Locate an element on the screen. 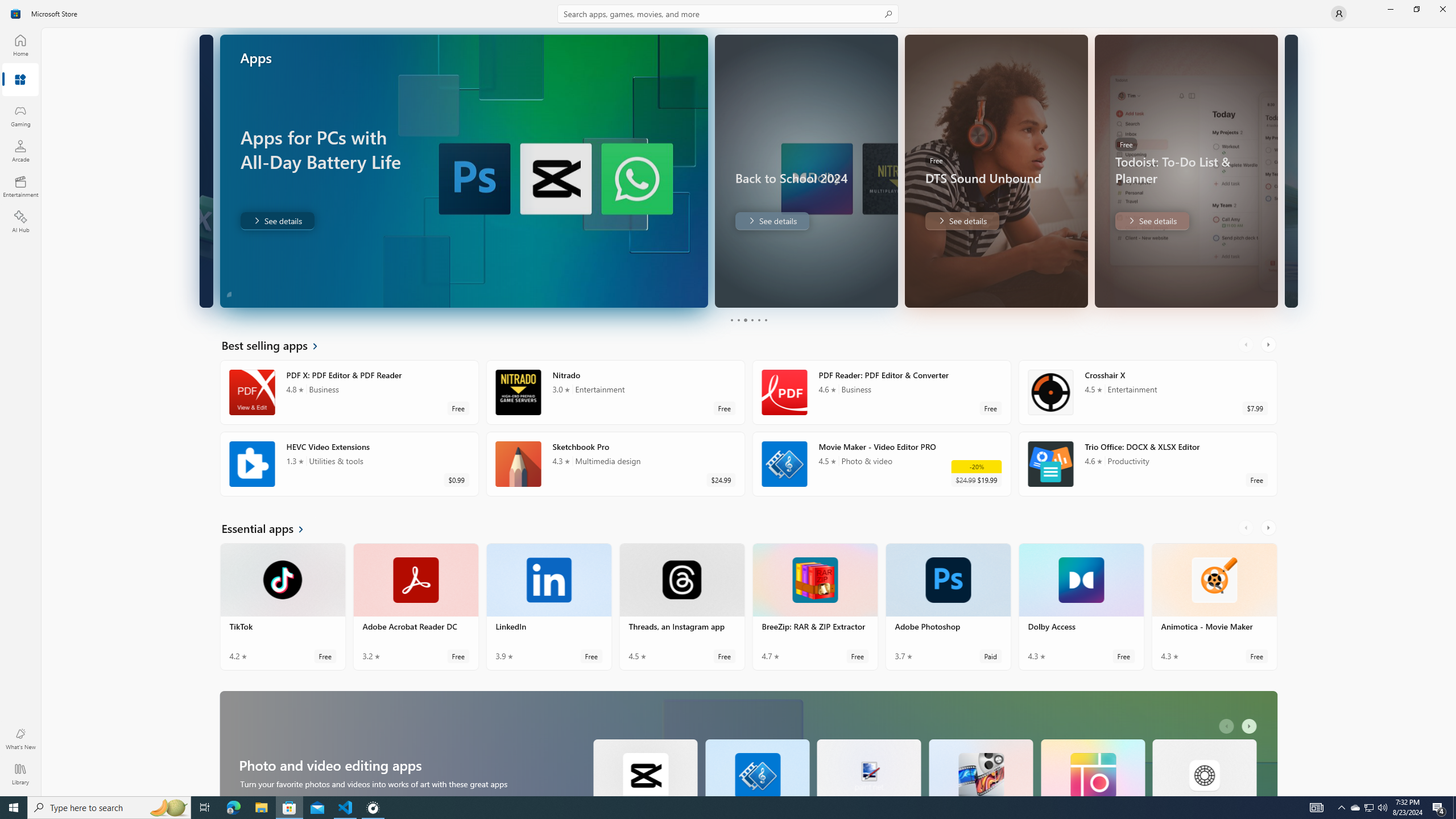 Image resolution: width=1456 pixels, height=819 pixels. 'Arcade' is located at coordinates (19, 150).